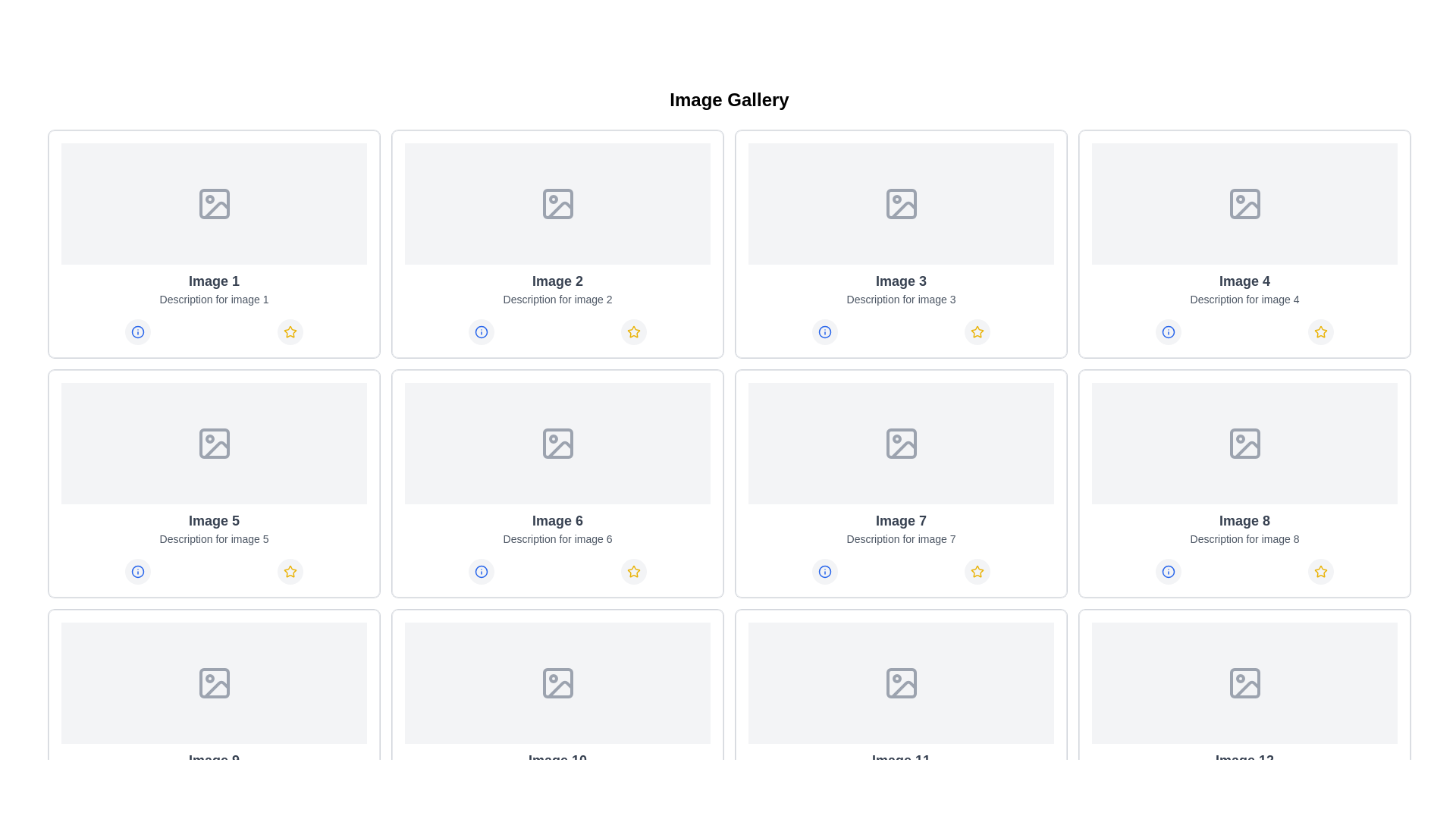  Describe the element at coordinates (557, 299) in the screenshot. I see `the text paragraph styled with a small font and gray color, located directly below the title 'Image 2', which contains the text 'Description for image 2'` at that location.